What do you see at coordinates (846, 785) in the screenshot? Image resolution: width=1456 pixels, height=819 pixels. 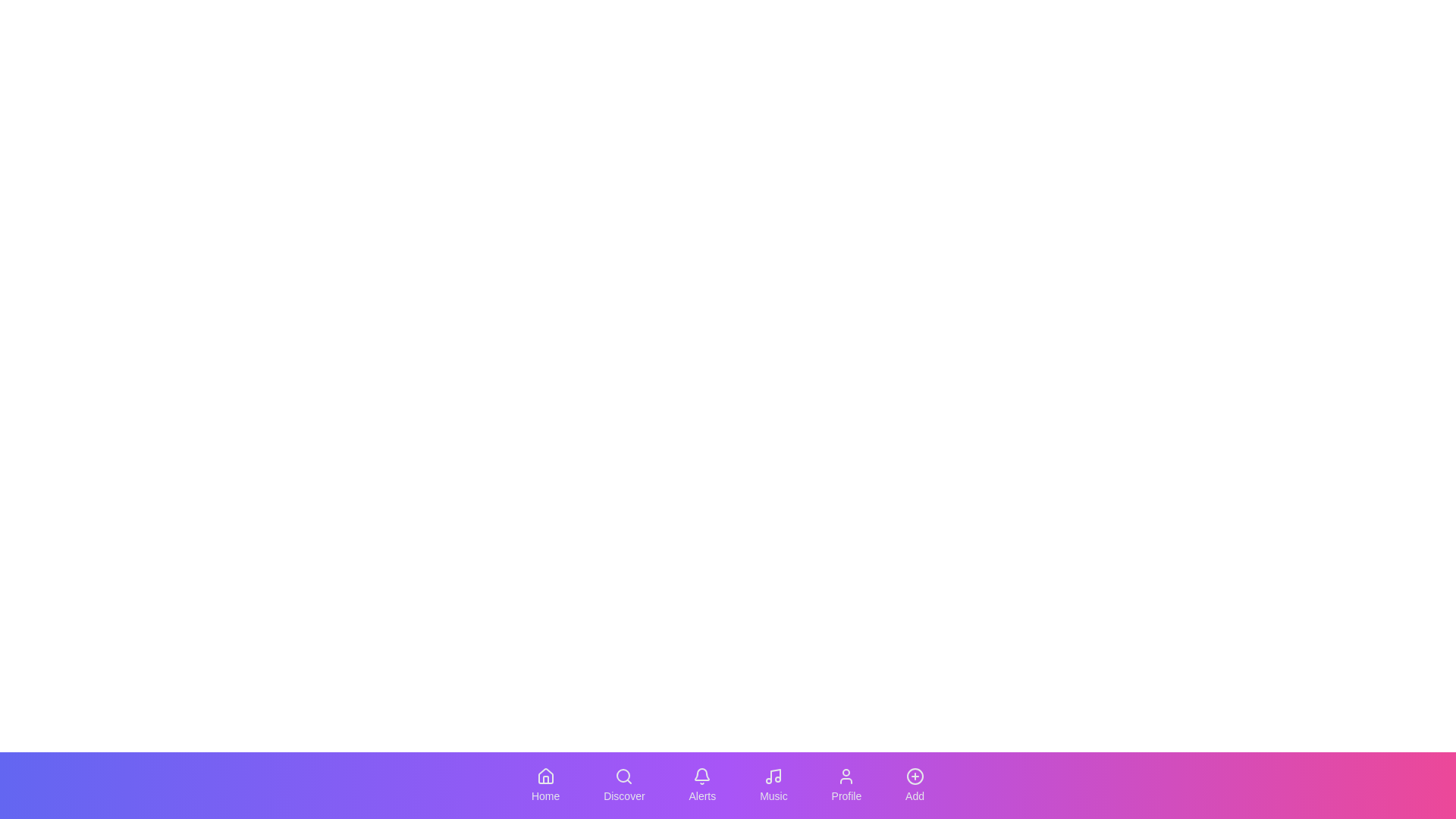 I see `the Profile tab` at bounding box center [846, 785].